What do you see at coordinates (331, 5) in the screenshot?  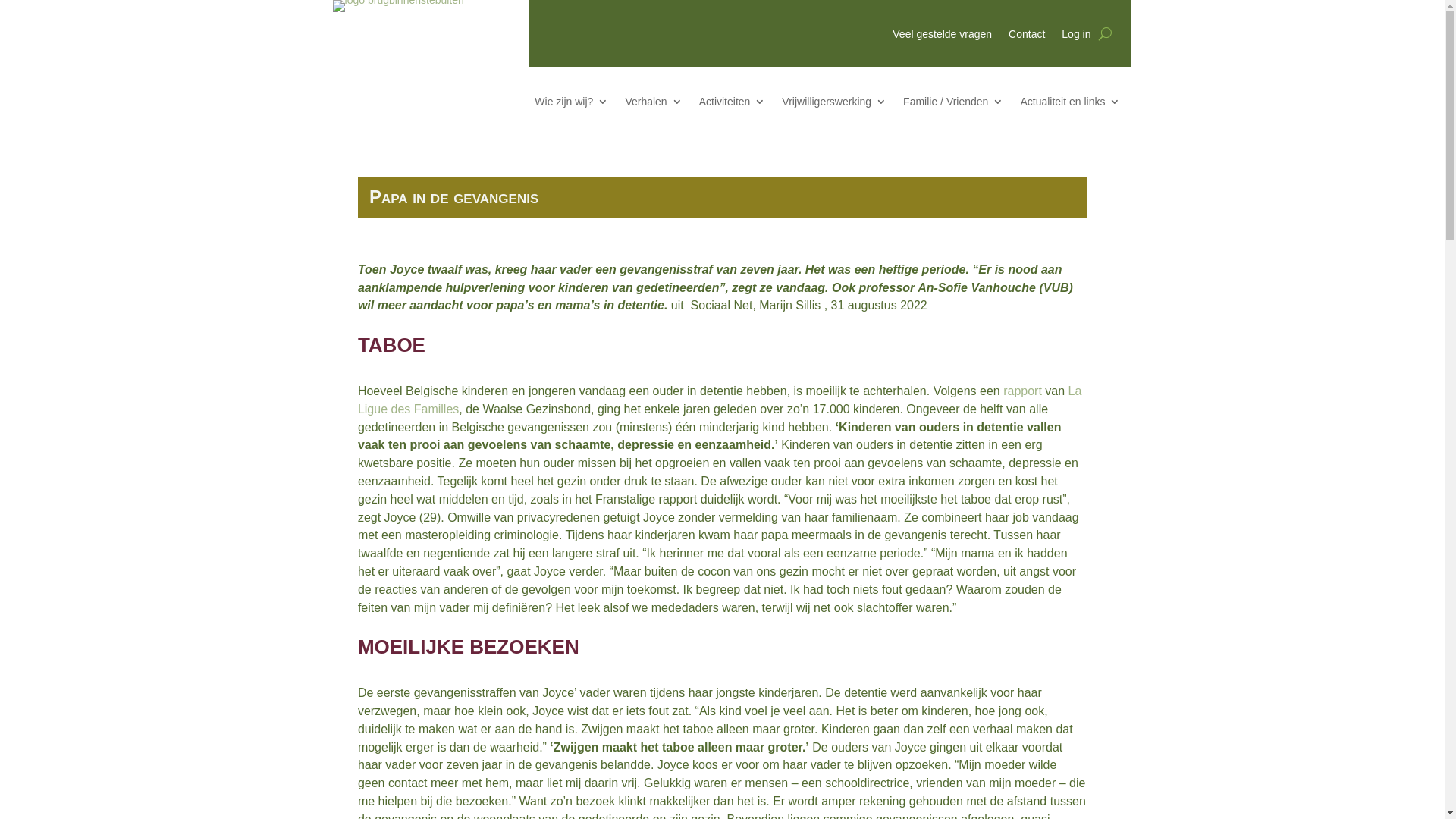 I see `'moederbestand_logoBBB_kleur_bijgesneden - gemiddeld'` at bounding box center [331, 5].